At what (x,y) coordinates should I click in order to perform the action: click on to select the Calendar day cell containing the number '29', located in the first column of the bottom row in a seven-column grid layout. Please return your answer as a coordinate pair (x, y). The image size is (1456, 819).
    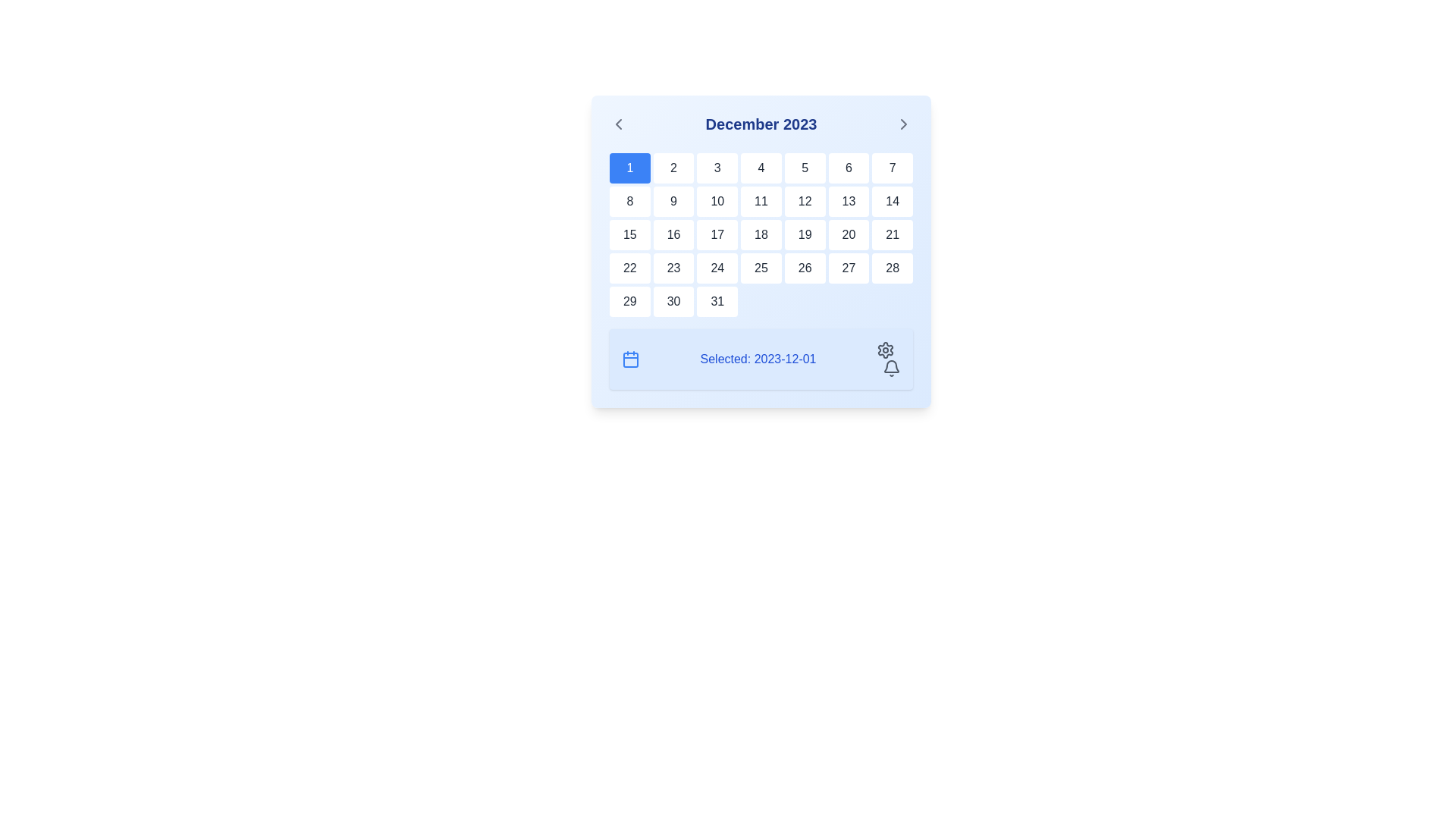
    Looking at the image, I should click on (629, 301).